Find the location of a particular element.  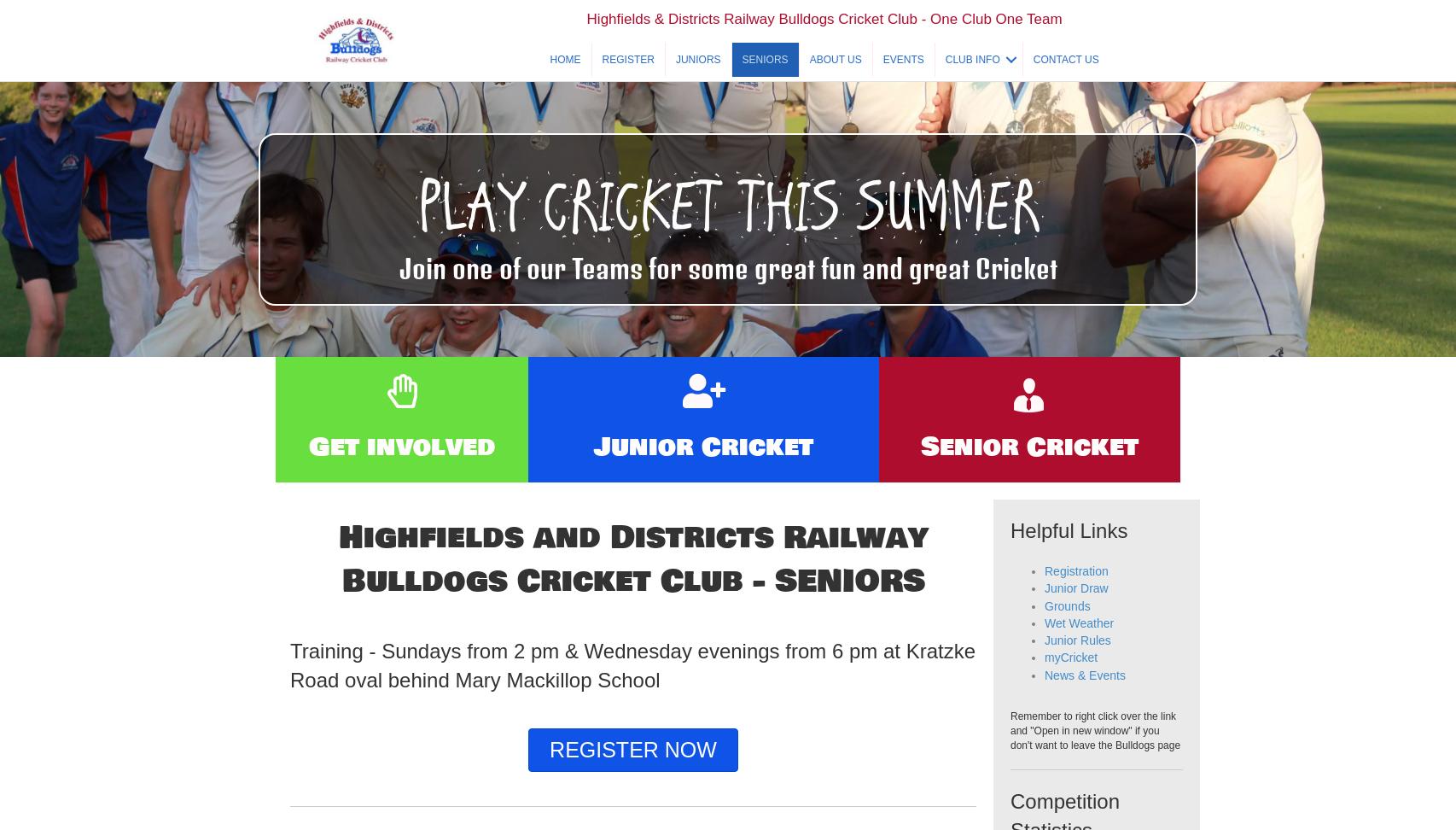

'Join one of our Teams for some great fun and great Cricket' is located at coordinates (726, 302).